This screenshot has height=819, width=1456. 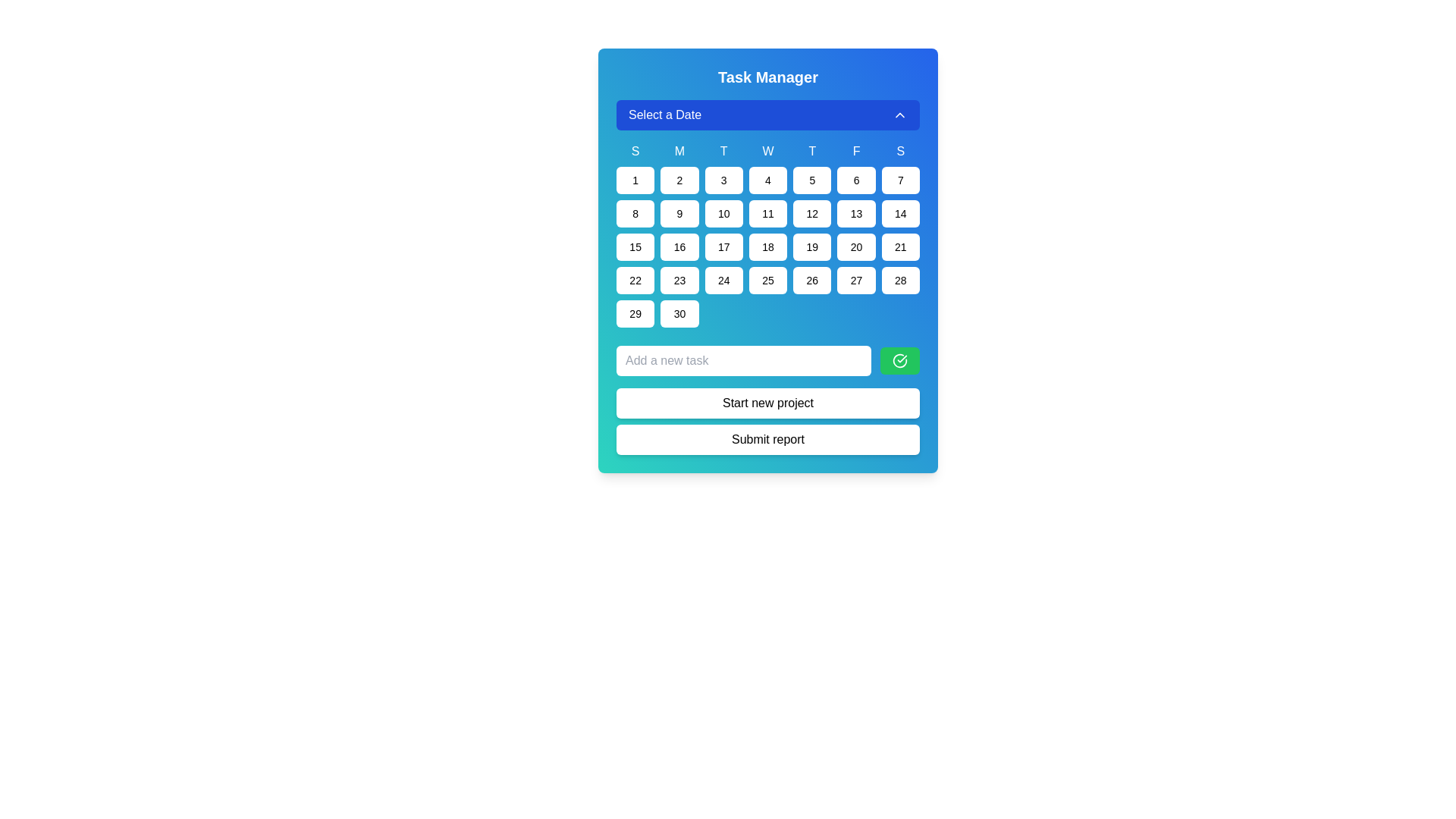 What do you see at coordinates (665, 114) in the screenshot?
I see `the 'Select a Date' text label which is centered within a blue background button located at the top of the 'Task Manager' interface` at bounding box center [665, 114].